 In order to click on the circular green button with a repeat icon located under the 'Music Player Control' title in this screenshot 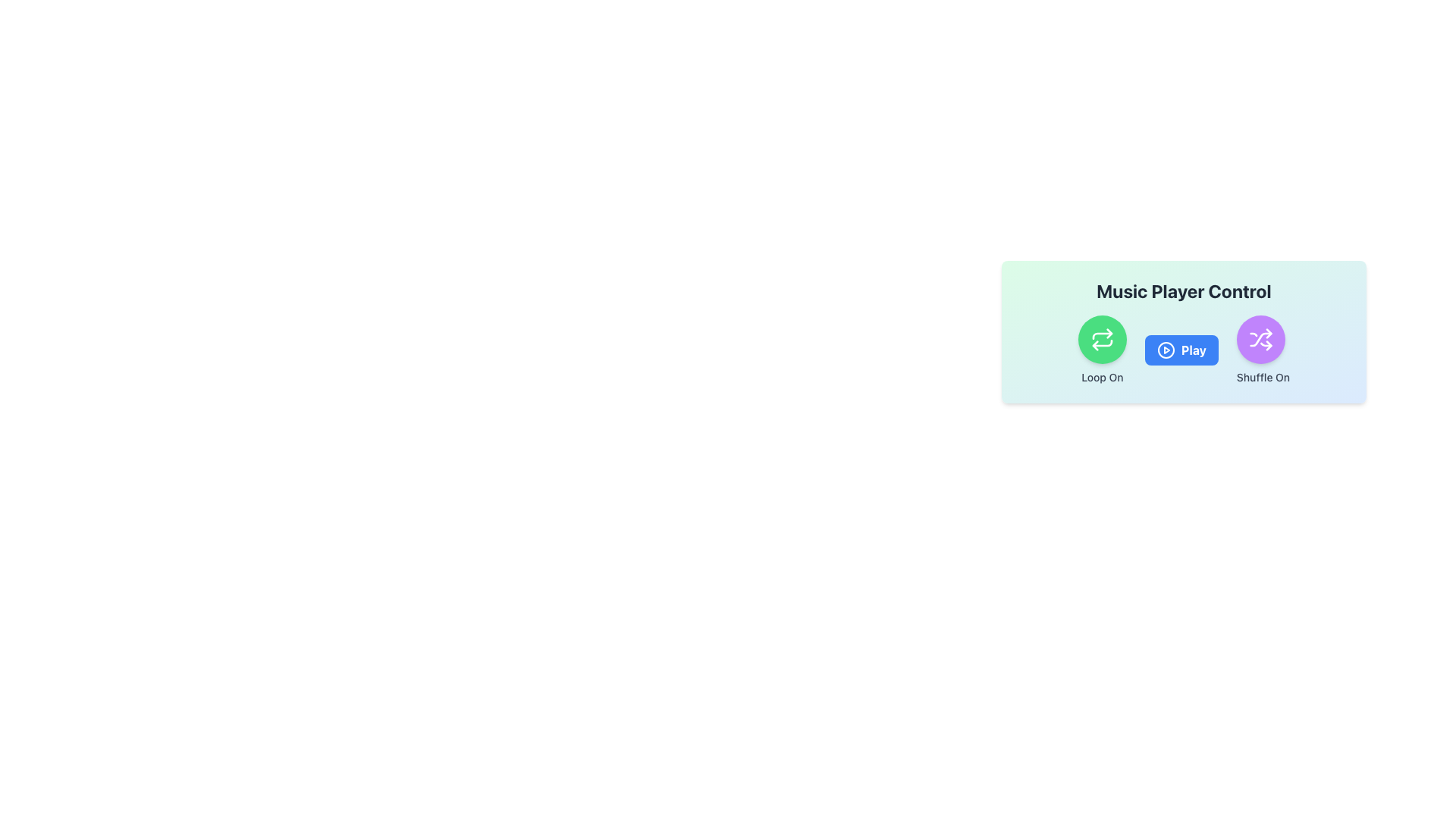, I will do `click(1102, 338)`.